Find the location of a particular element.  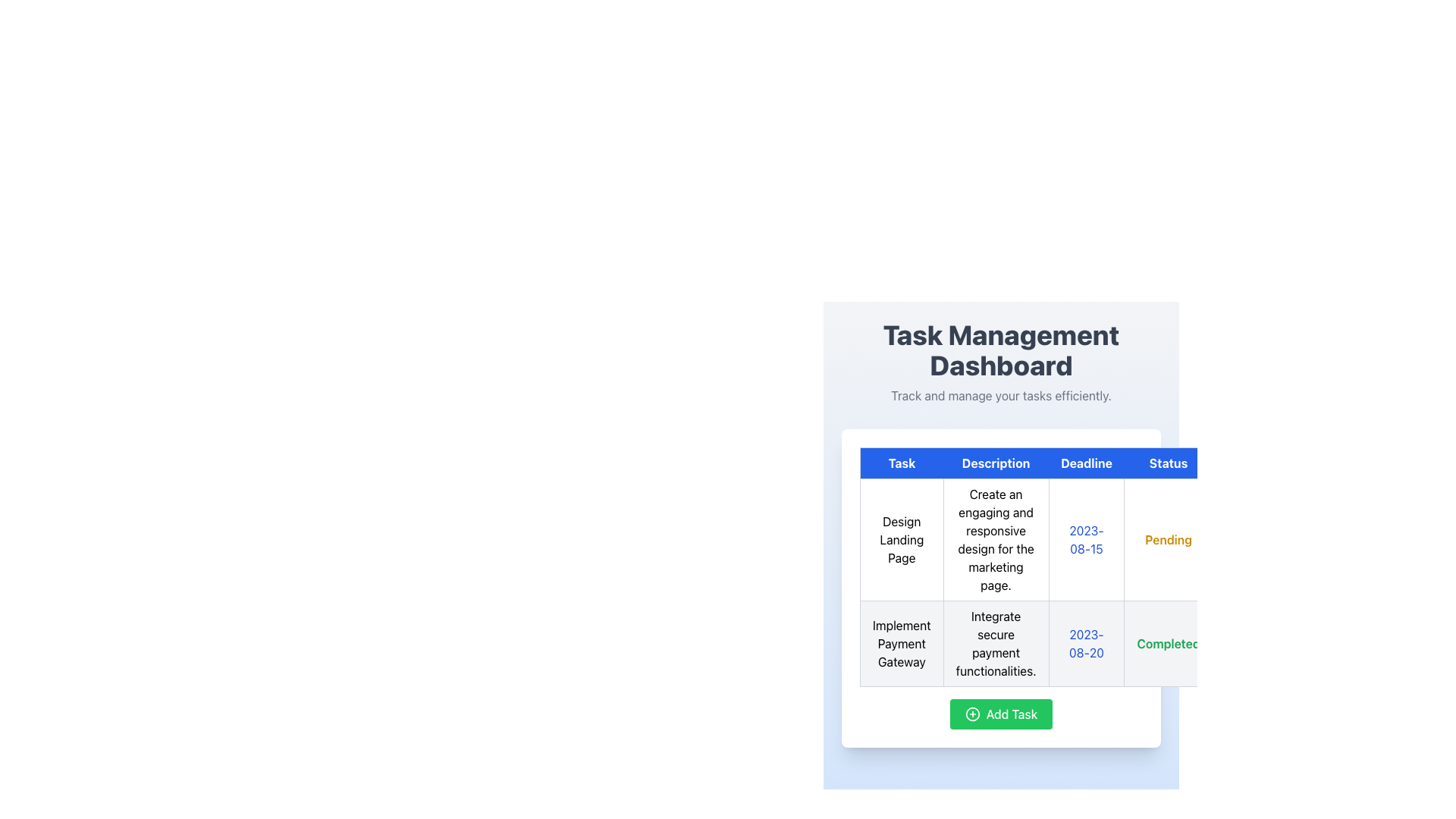

the task title cell in the task management table, which is the first cell in the second row under the 'Task' column is located at coordinates (902, 643).